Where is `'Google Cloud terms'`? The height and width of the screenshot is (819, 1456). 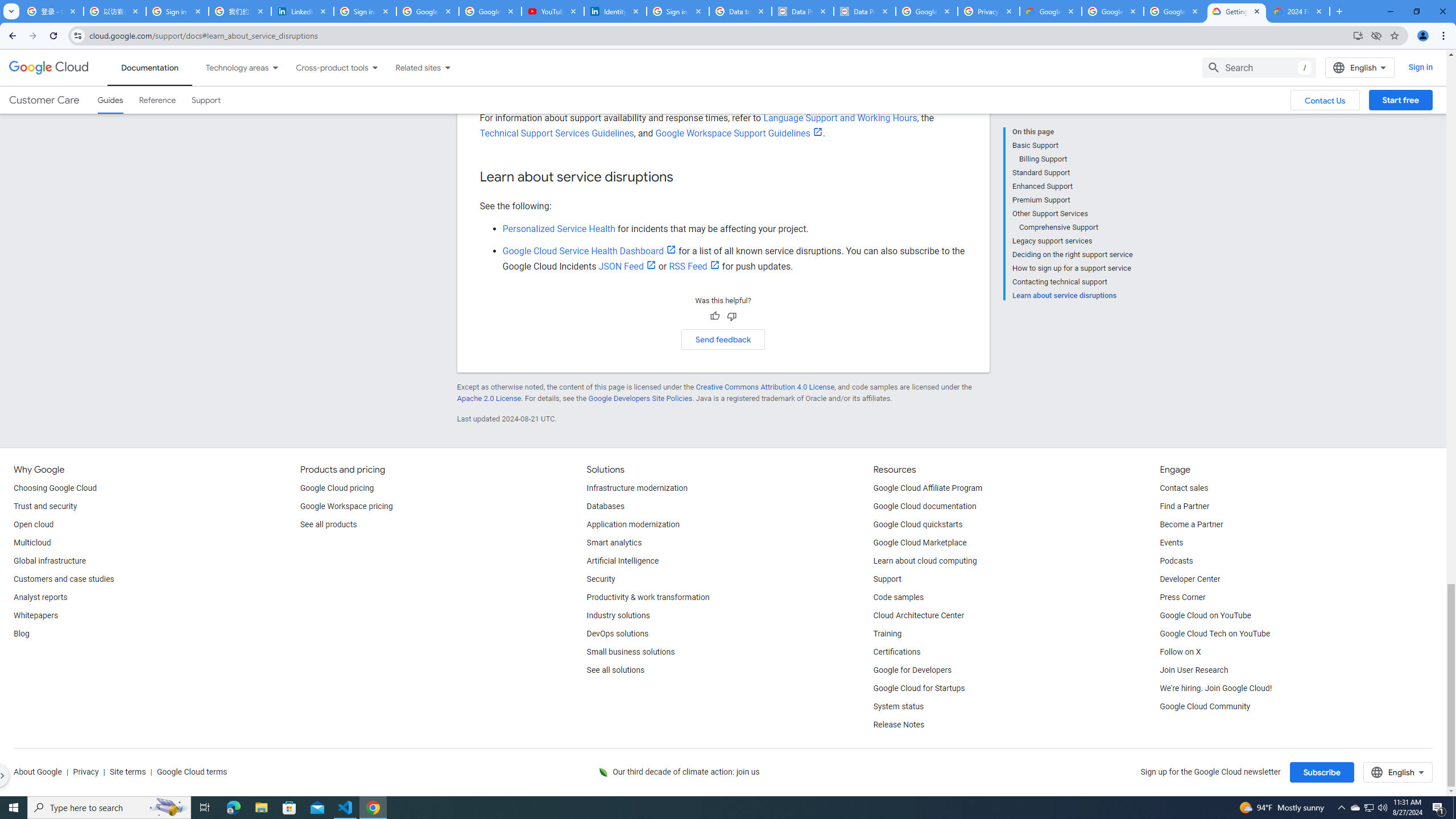 'Google Cloud terms' is located at coordinates (191, 772).